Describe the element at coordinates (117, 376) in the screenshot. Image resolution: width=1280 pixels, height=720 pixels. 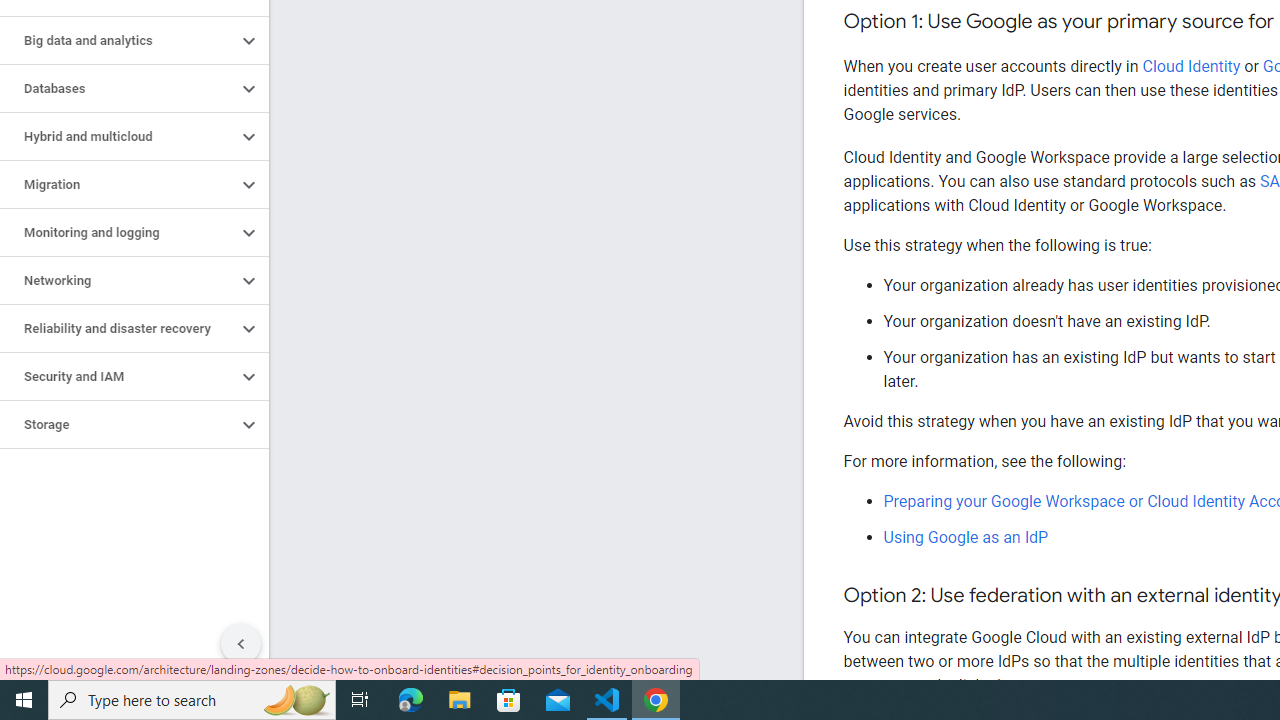
I see `'Security and IAM'` at that location.